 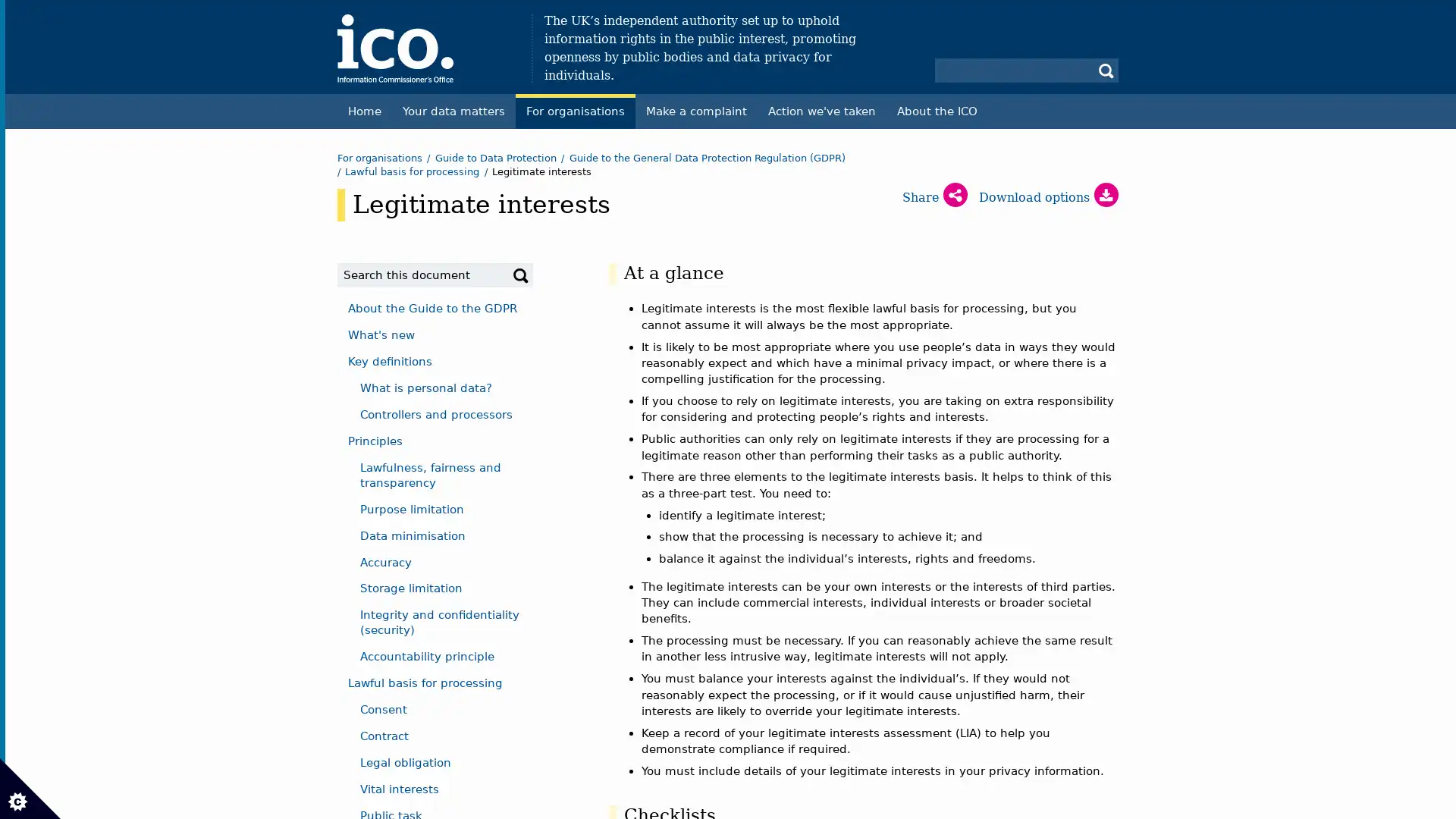 I want to click on Reject all cookies, so click(x=270, y=197).